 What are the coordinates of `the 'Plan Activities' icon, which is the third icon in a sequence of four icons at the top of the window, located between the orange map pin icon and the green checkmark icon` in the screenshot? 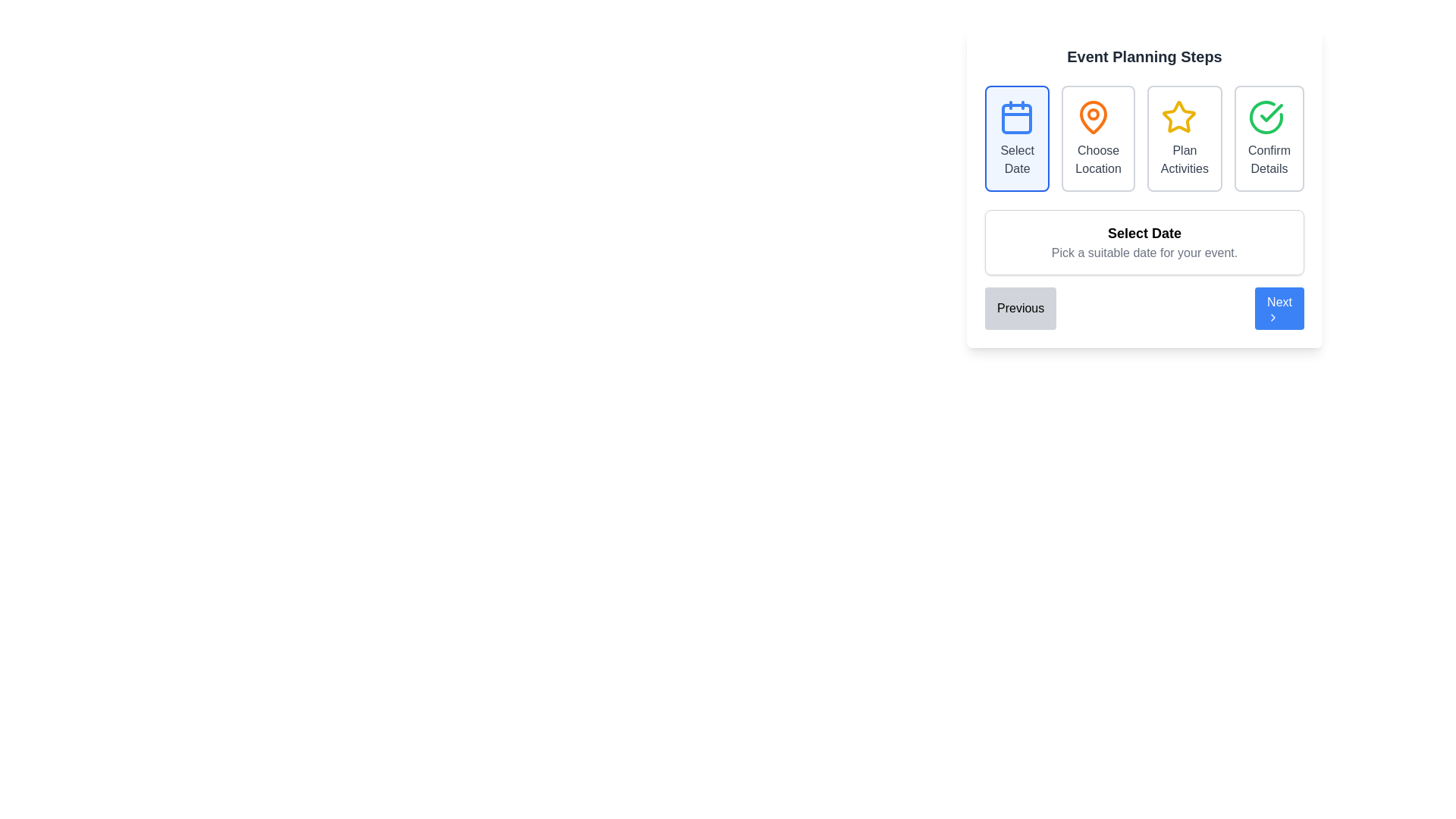 It's located at (1178, 116).